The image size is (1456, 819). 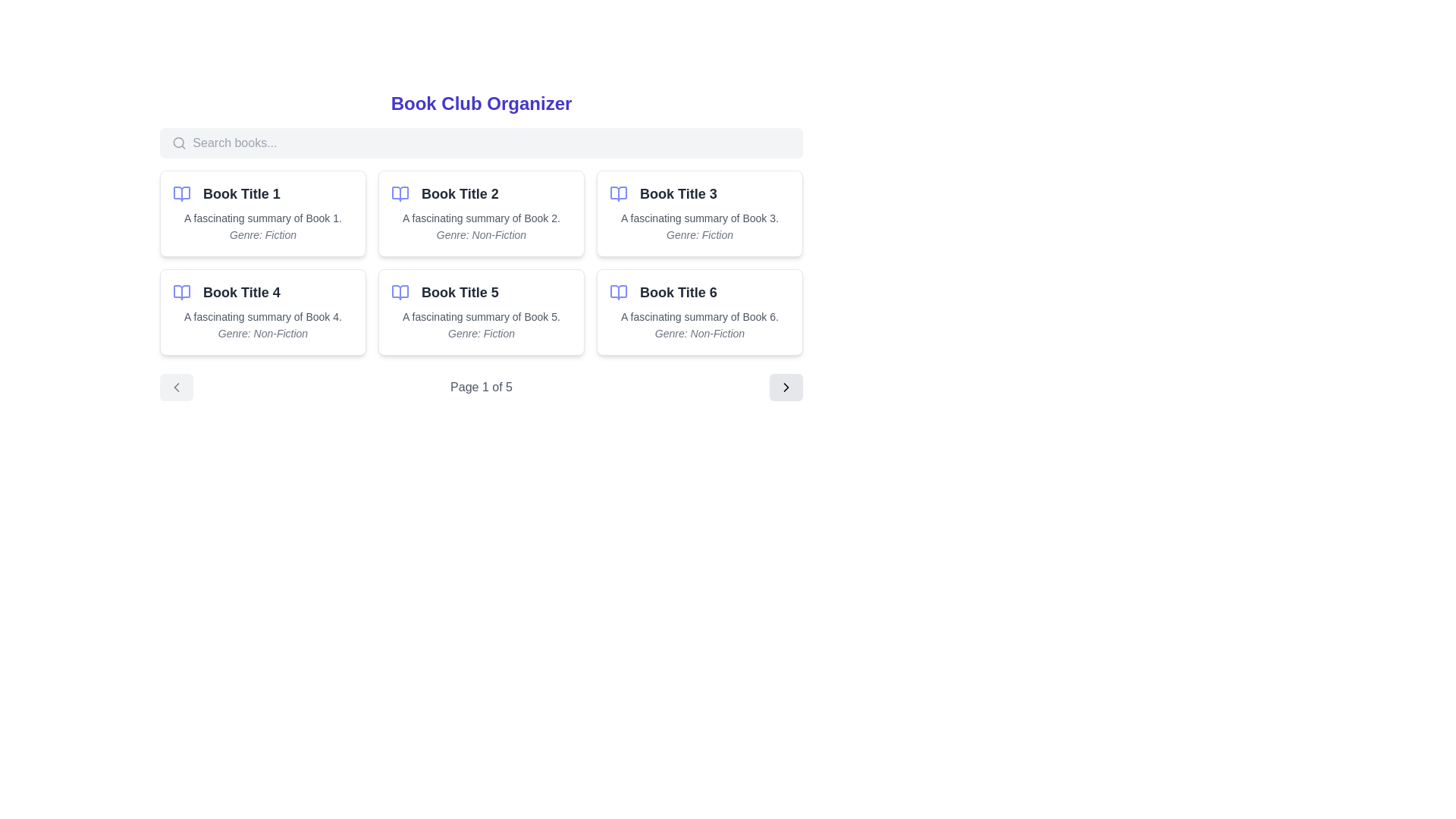 What do you see at coordinates (240, 193) in the screenshot?
I see `the text element displaying 'Book Title 1' in bold, large dark gray font for potential additional information` at bounding box center [240, 193].